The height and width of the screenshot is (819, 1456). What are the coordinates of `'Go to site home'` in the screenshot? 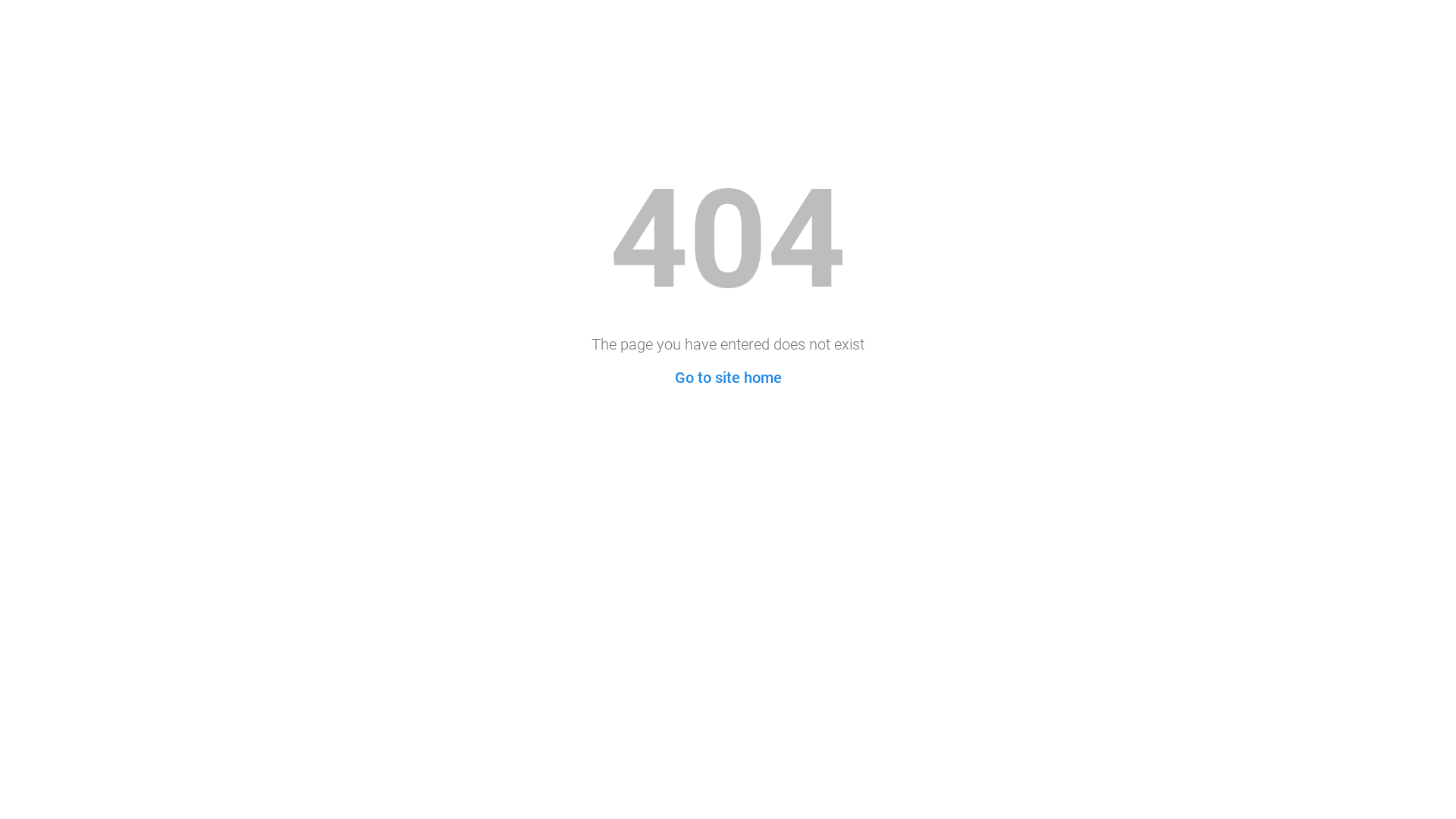 It's located at (728, 376).